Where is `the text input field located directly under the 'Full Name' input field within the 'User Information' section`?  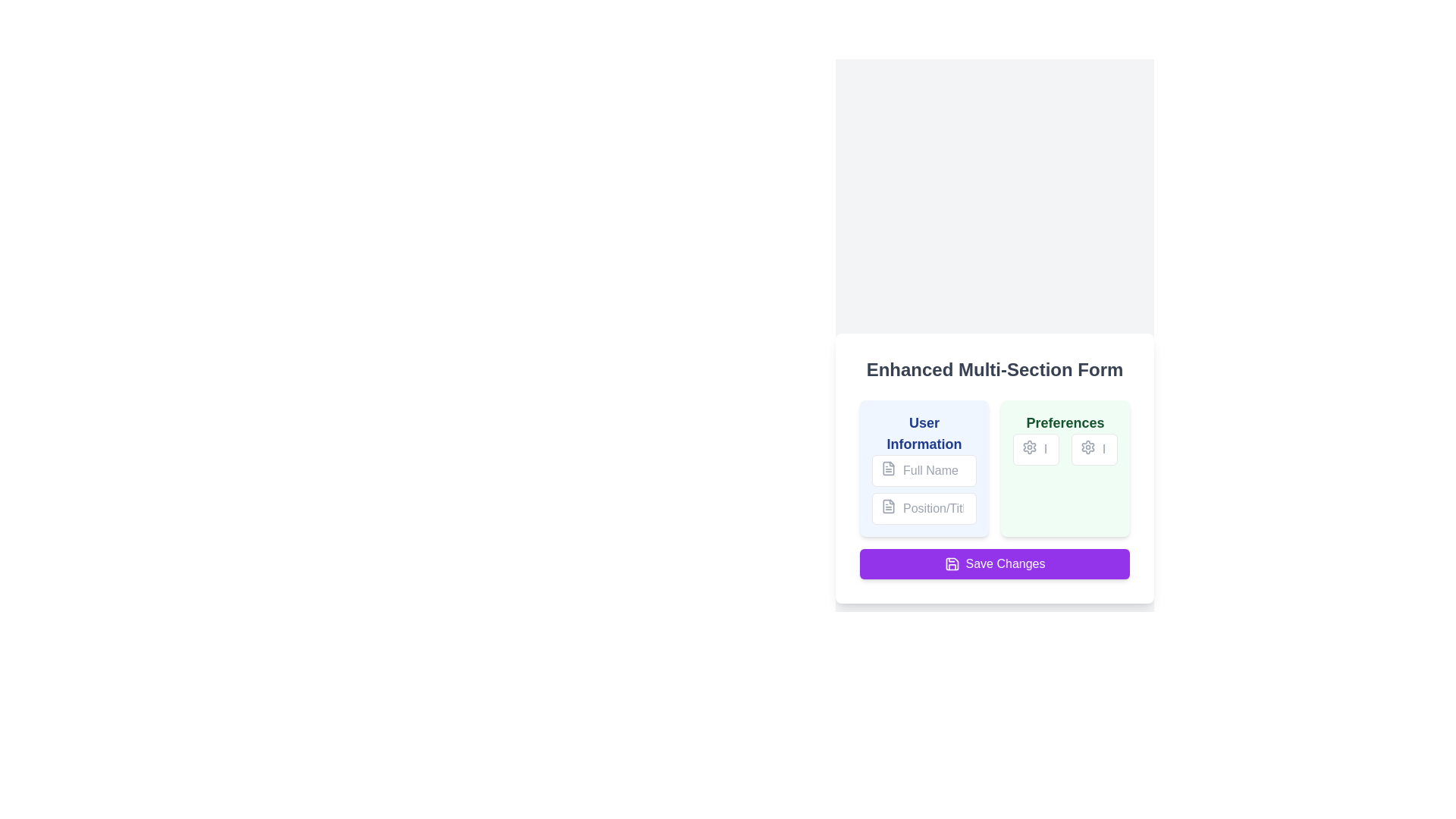
the text input field located directly under the 'Full Name' input field within the 'User Information' section is located at coordinates (924, 509).